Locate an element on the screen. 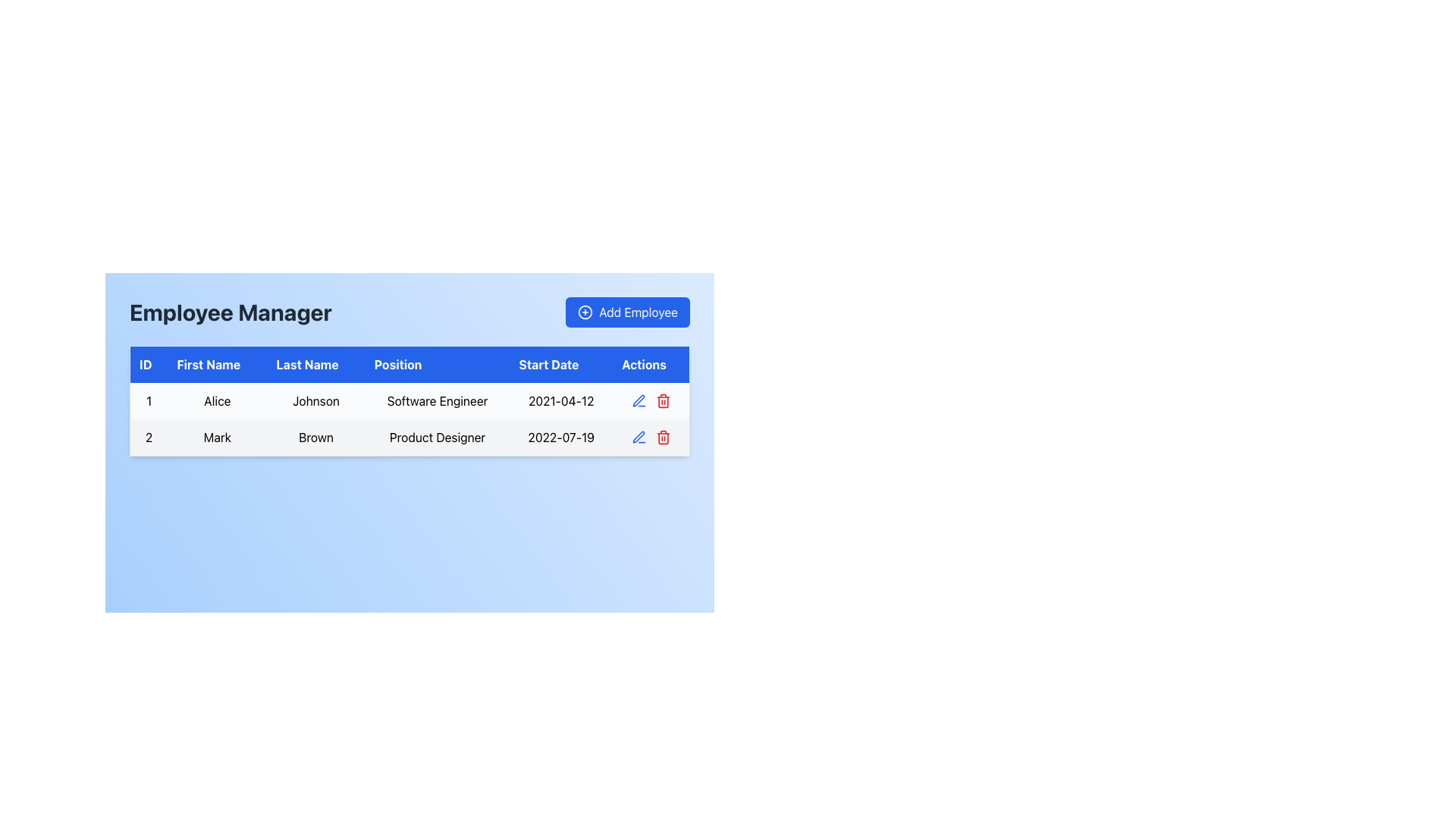  the 'Employee Manager' text label element, which displays in bold large dark gray font above the employee information table is located at coordinates (230, 312).